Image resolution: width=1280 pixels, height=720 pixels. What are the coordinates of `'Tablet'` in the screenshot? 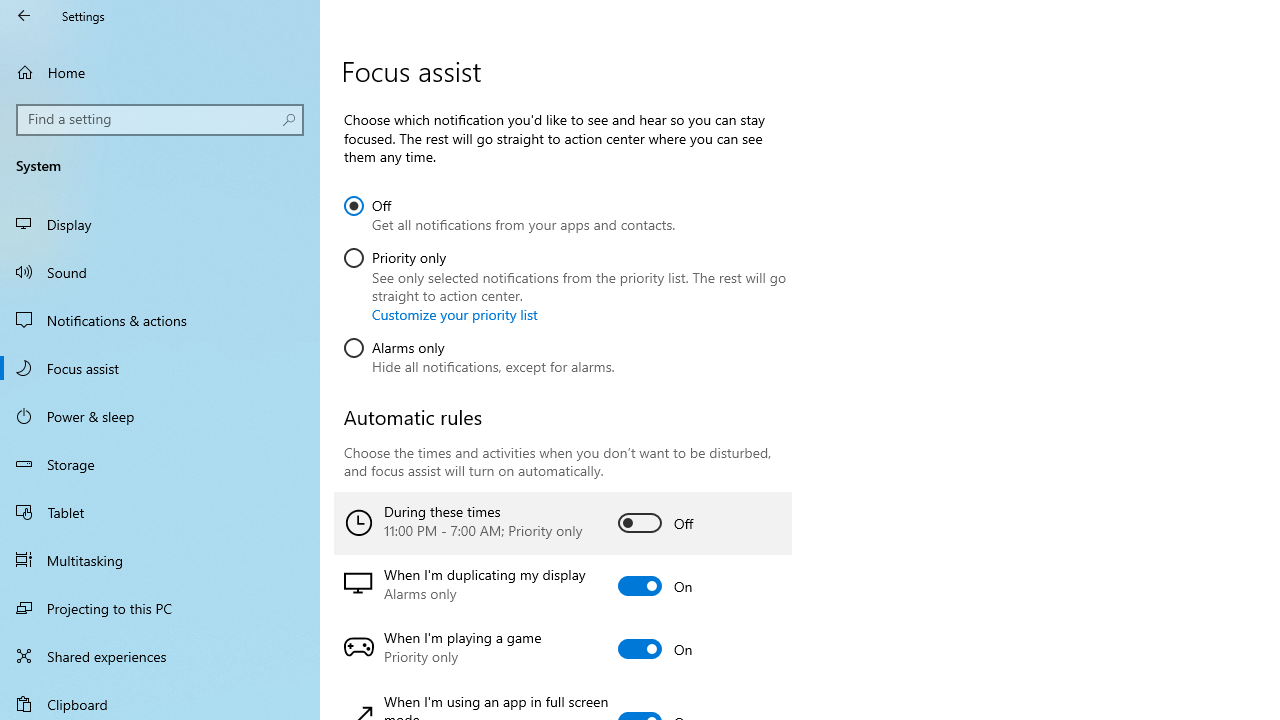 It's located at (160, 510).